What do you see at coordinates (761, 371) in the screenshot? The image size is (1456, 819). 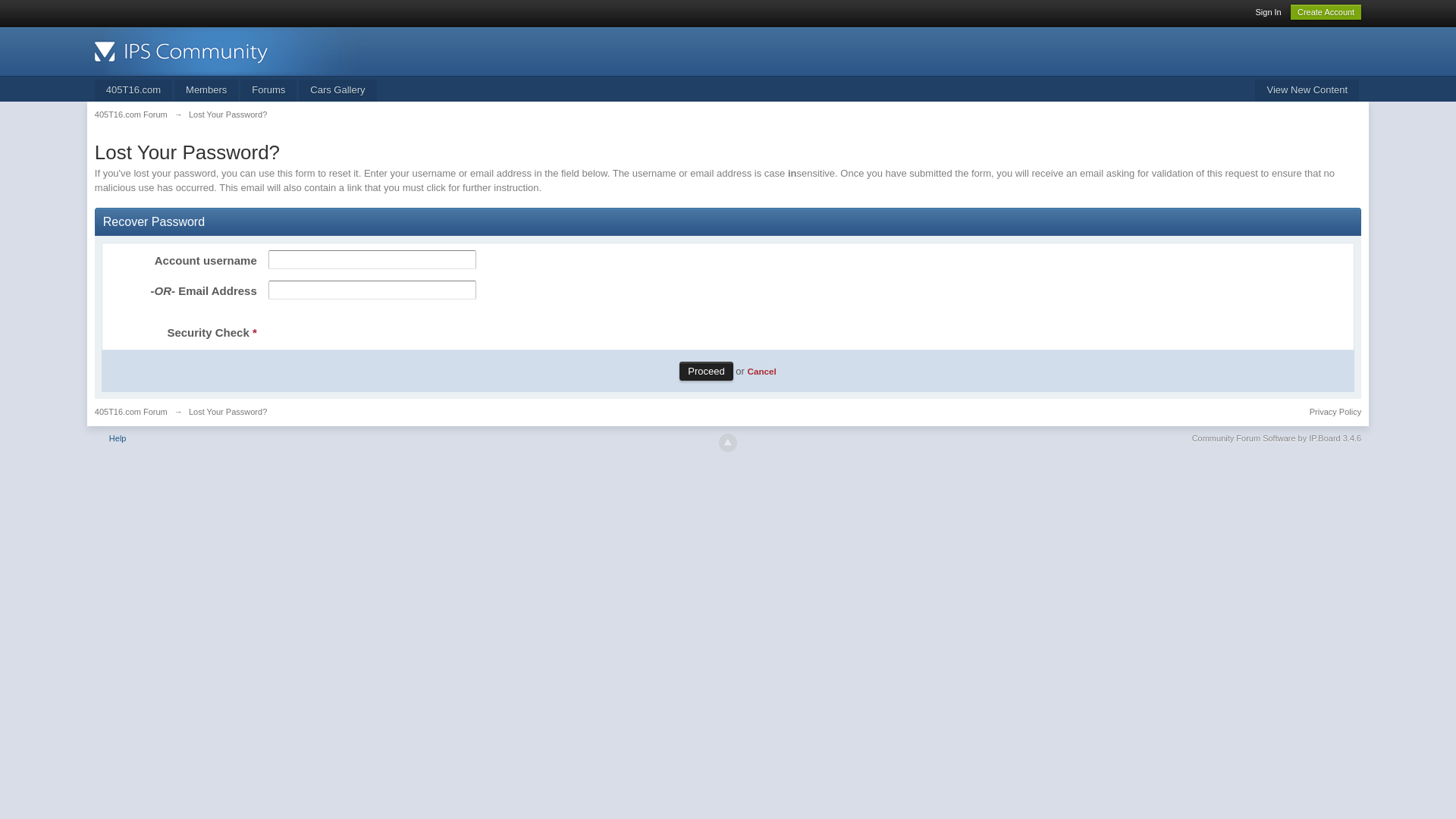 I see `'Cancel'` at bounding box center [761, 371].